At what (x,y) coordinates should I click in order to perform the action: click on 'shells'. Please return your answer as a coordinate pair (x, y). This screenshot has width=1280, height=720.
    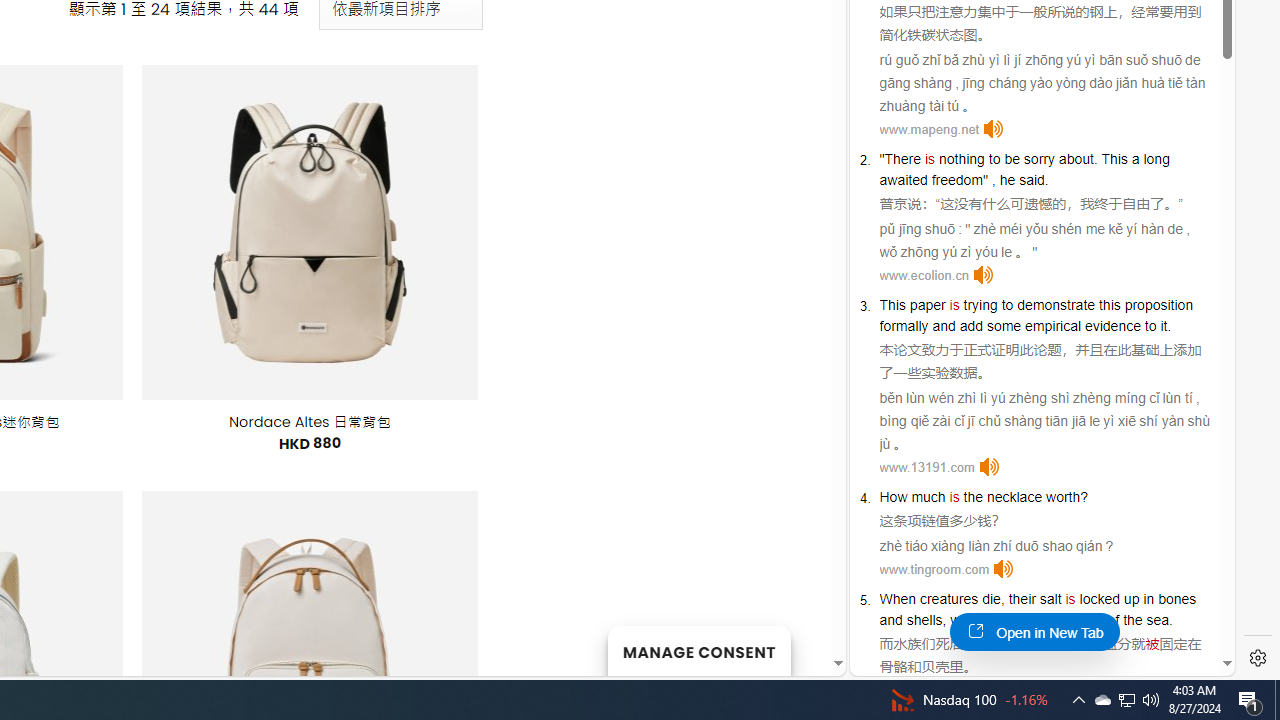
    Looking at the image, I should click on (923, 618).